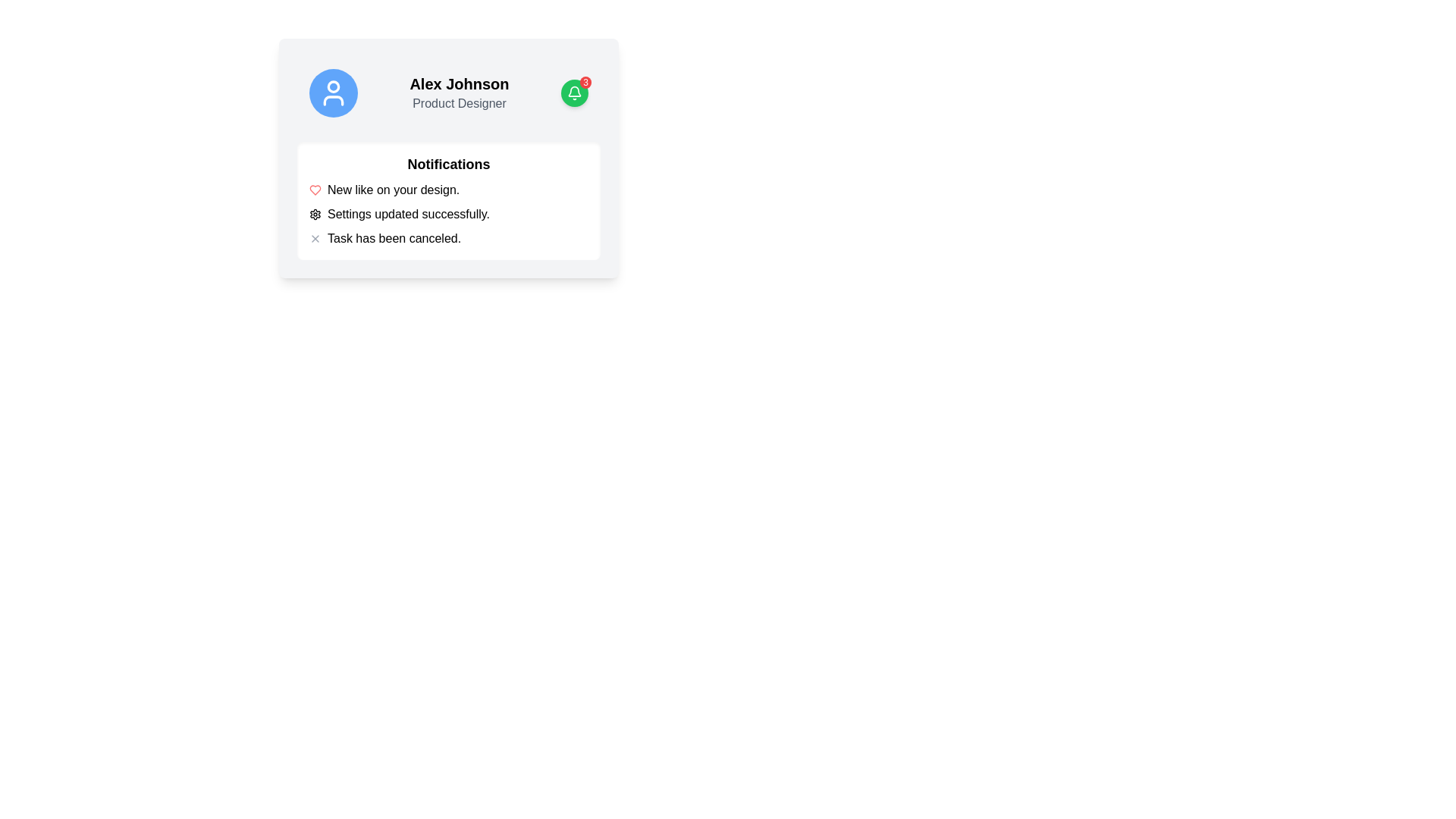 This screenshot has width=1456, height=819. What do you see at coordinates (458, 103) in the screenshot?
I see `the text label 'Product Designer' styled in gray font, located directly below 'Alex Johnson' within the profile card interface` at bounding box center [458, 103].